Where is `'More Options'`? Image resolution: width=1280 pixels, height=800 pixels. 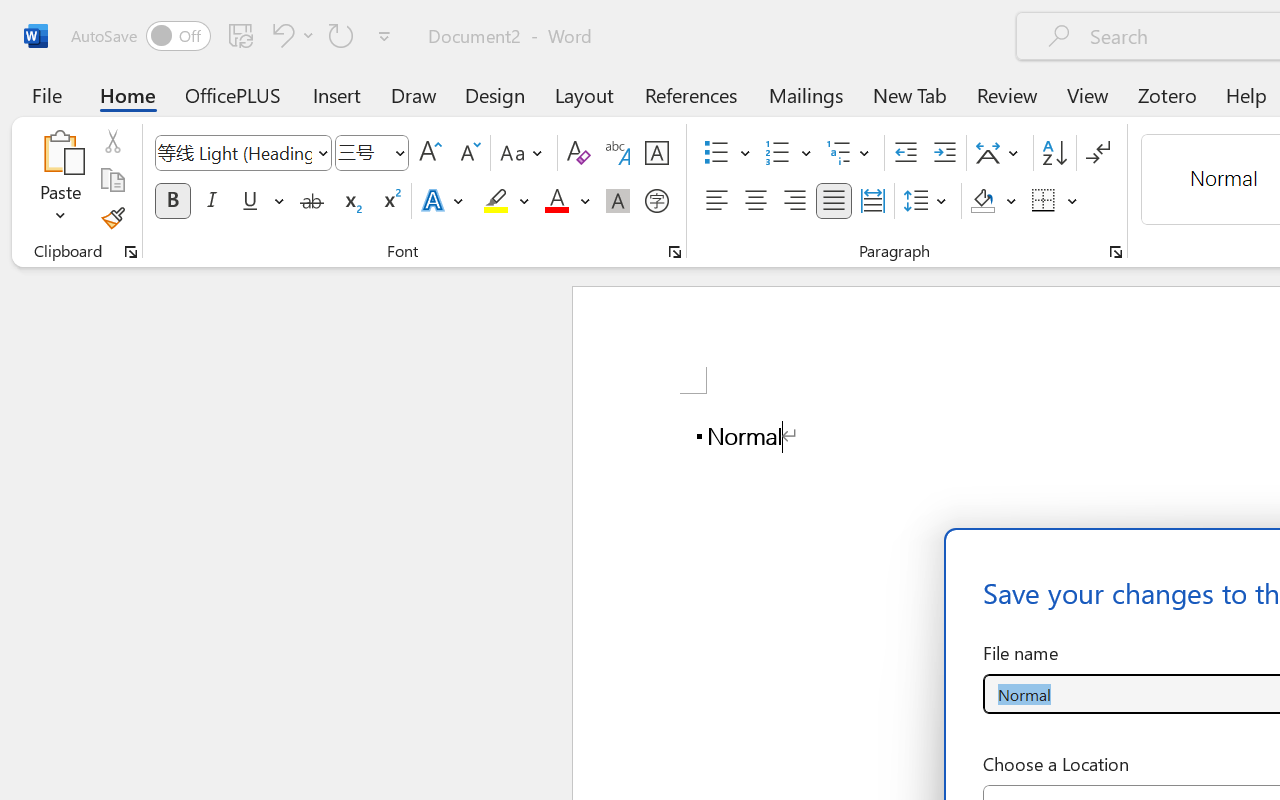
'More Options' is located at coordinates (1072, 201).